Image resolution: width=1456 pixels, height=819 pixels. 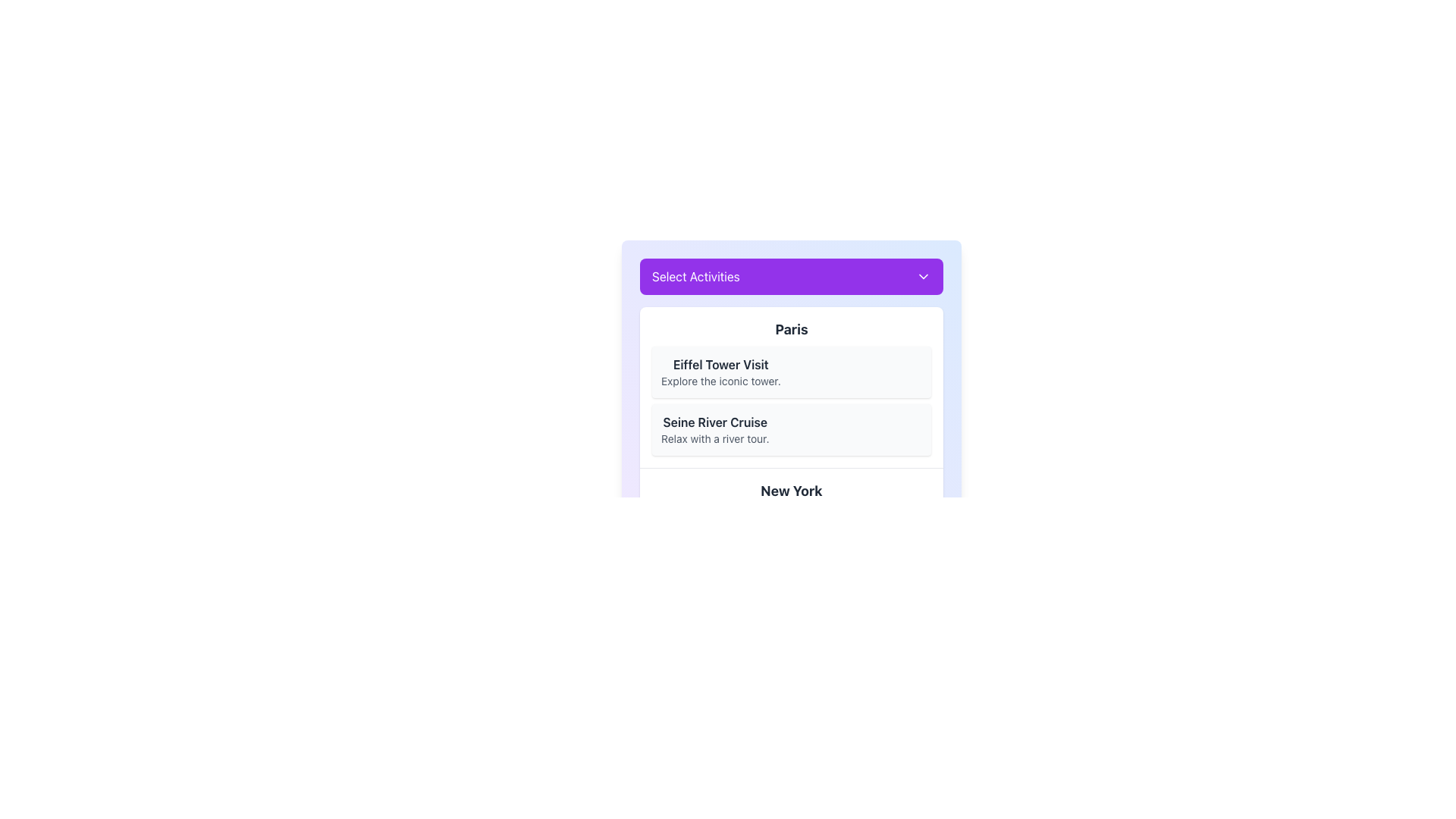 What do you see at coordinates (790, 277) in the screenshot?
I see `the purple dropdown menu trigger button labeled 'Select Activities'` at bounding box center [790, 277].